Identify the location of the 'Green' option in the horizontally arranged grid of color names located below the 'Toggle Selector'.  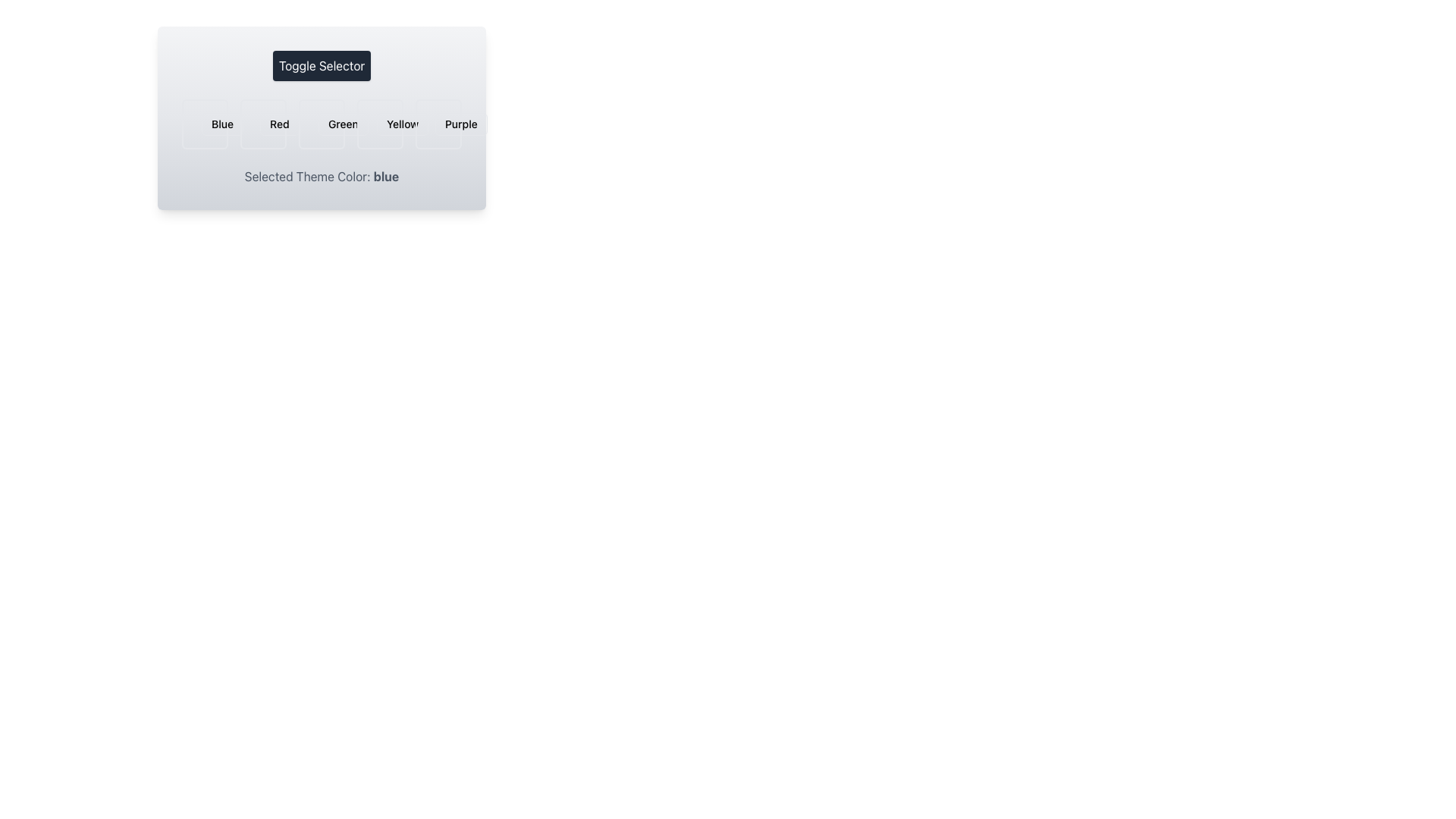
(321, 124).